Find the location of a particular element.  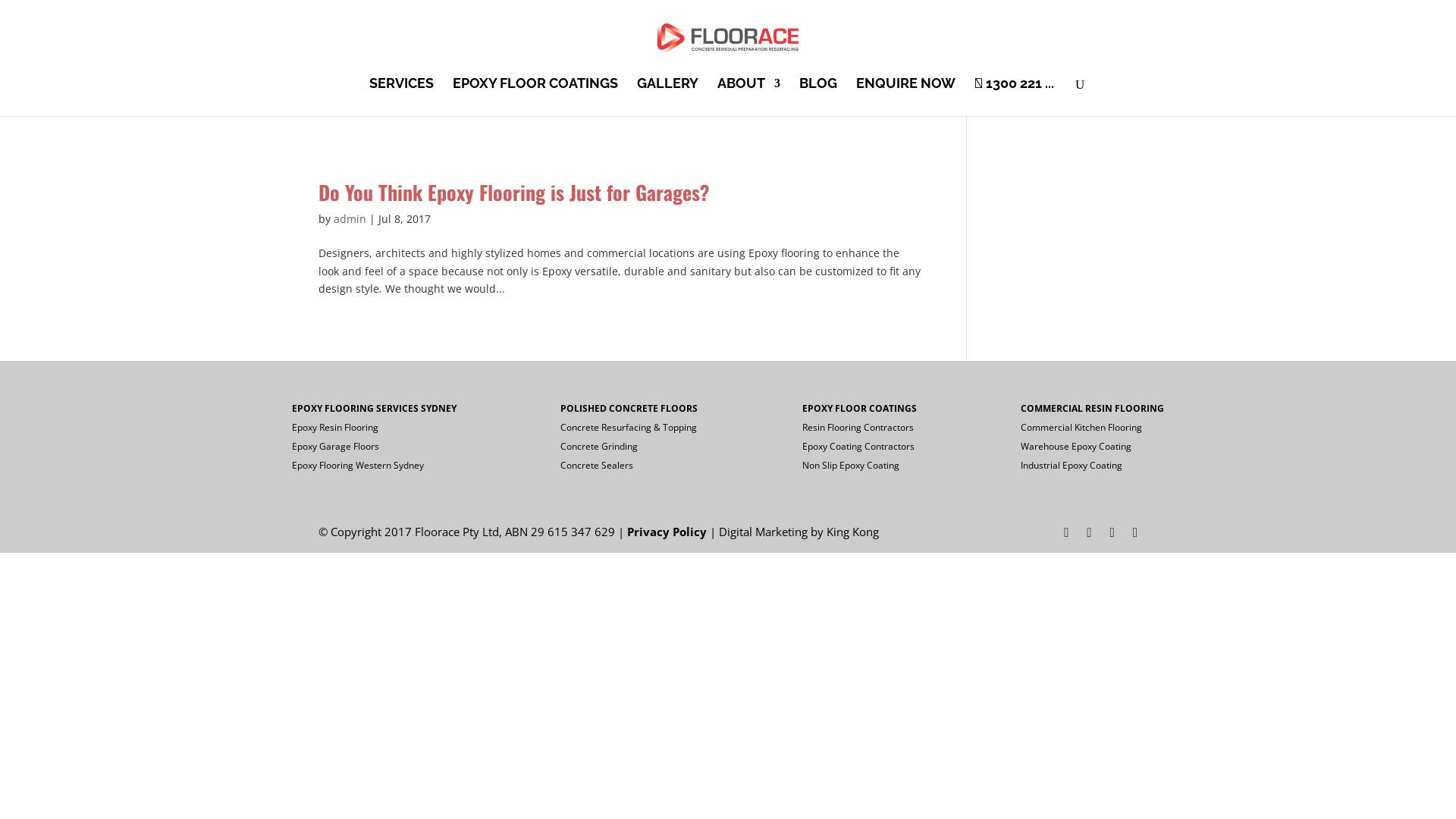

'BLOG' is located at coordinates (817, 96).